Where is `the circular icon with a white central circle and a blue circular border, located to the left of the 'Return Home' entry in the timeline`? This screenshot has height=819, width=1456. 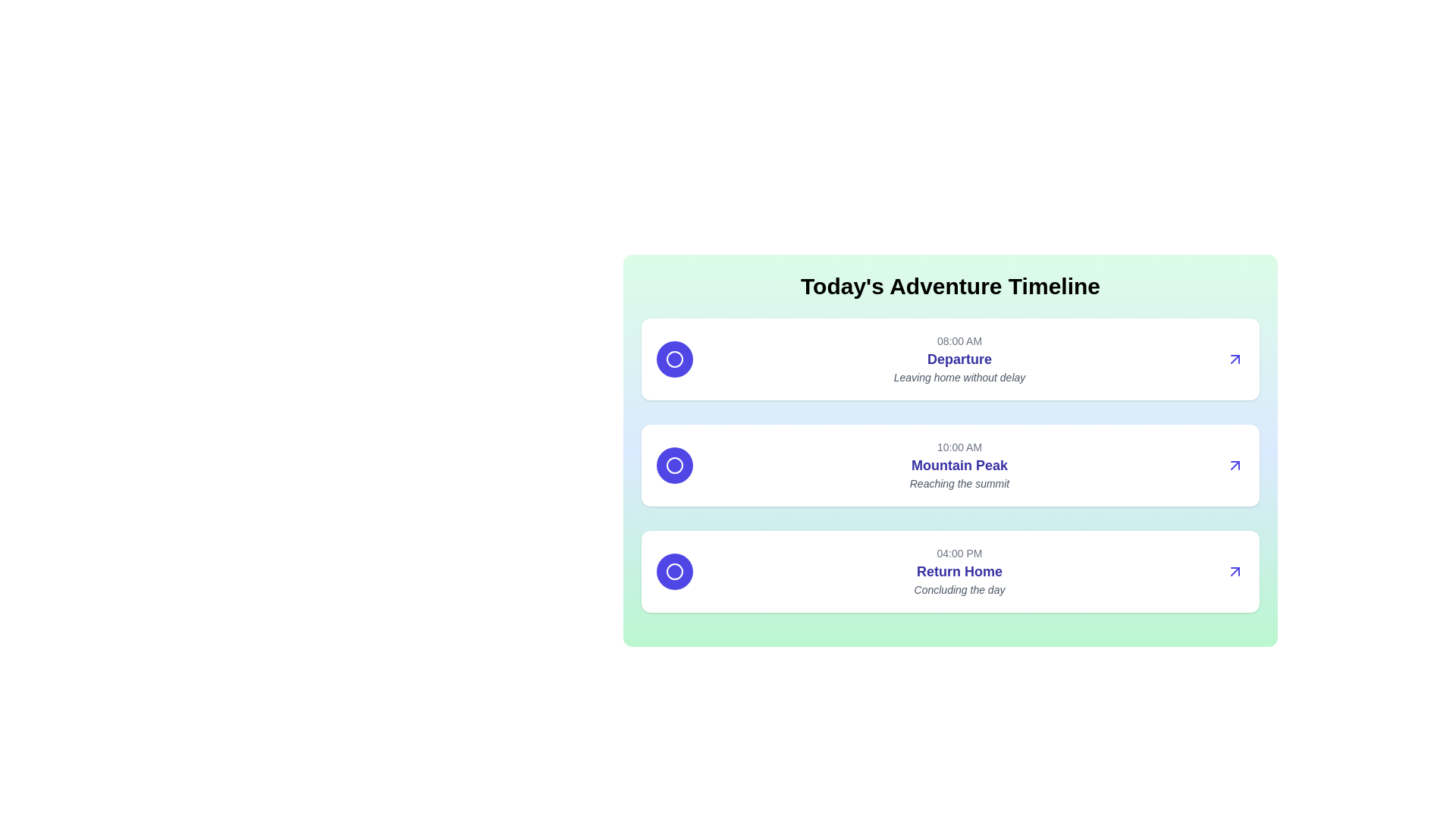 the circular icon with a white central circle and a blue circular border, located to the left of the 'Return Home' entry in the timeline is located at coordinates (673, 571).